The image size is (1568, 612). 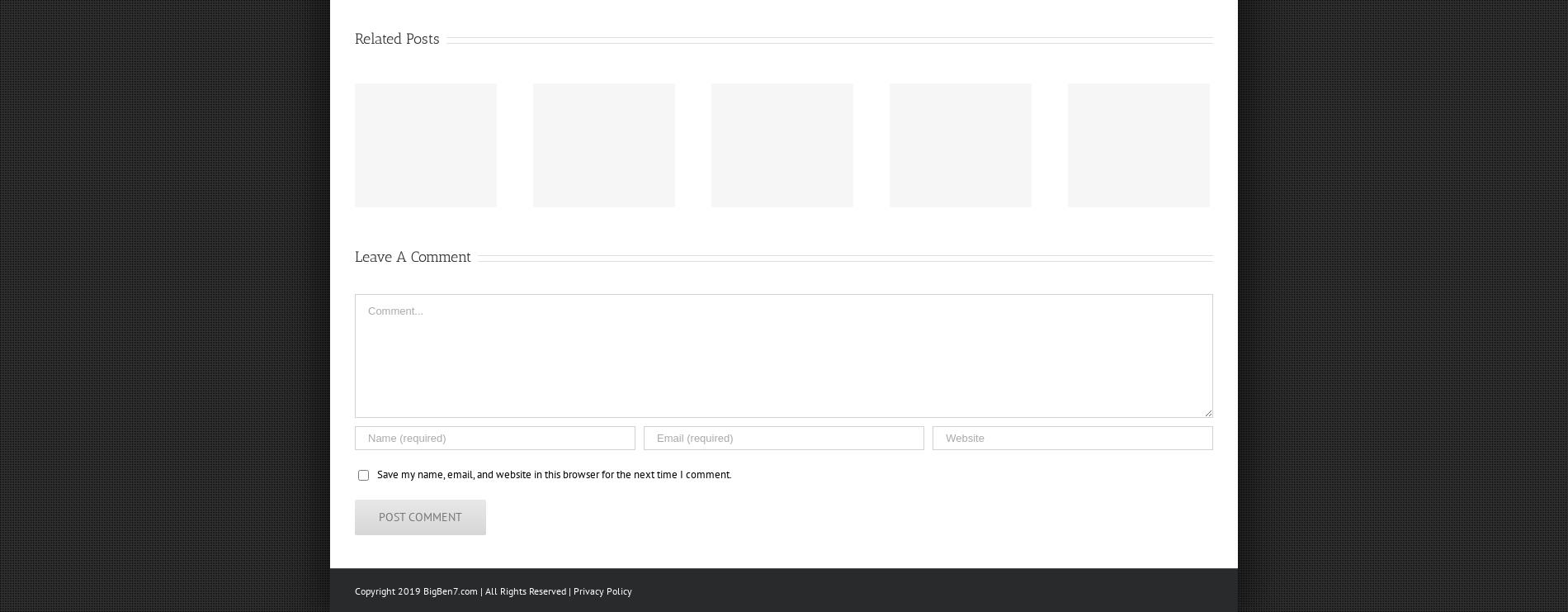 What do you see at coordinates (818, 161) in the screenshot?
I see `'“Ben Roethlisberger sends special video to Yucca Valley Trojans ahead of semi-final game”'` at bounding box center [818, 161].